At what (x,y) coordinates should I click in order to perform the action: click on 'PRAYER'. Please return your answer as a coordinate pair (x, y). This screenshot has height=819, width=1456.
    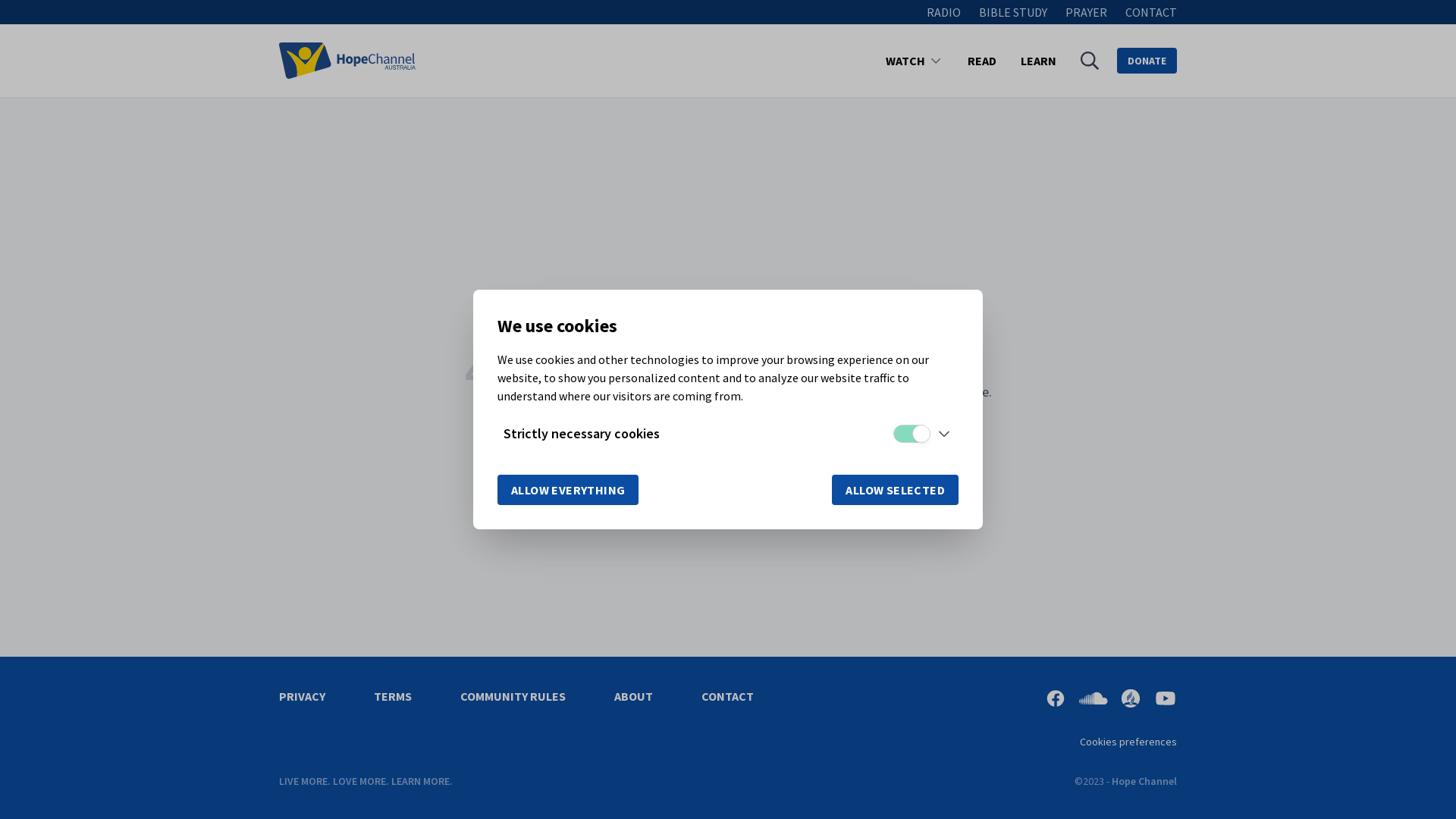
    Looking at the image, I should click on (1085, 11).